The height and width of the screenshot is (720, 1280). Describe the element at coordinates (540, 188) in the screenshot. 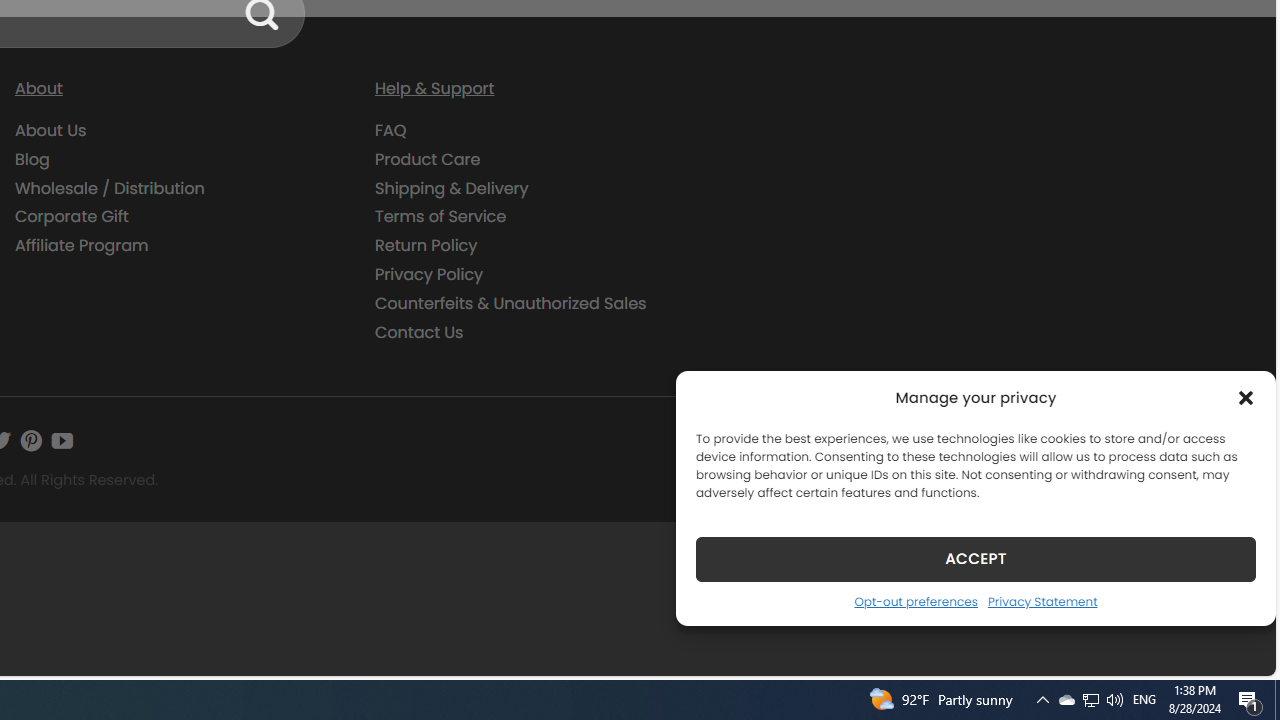

I see `'Shipping & Delivery'` at that location.